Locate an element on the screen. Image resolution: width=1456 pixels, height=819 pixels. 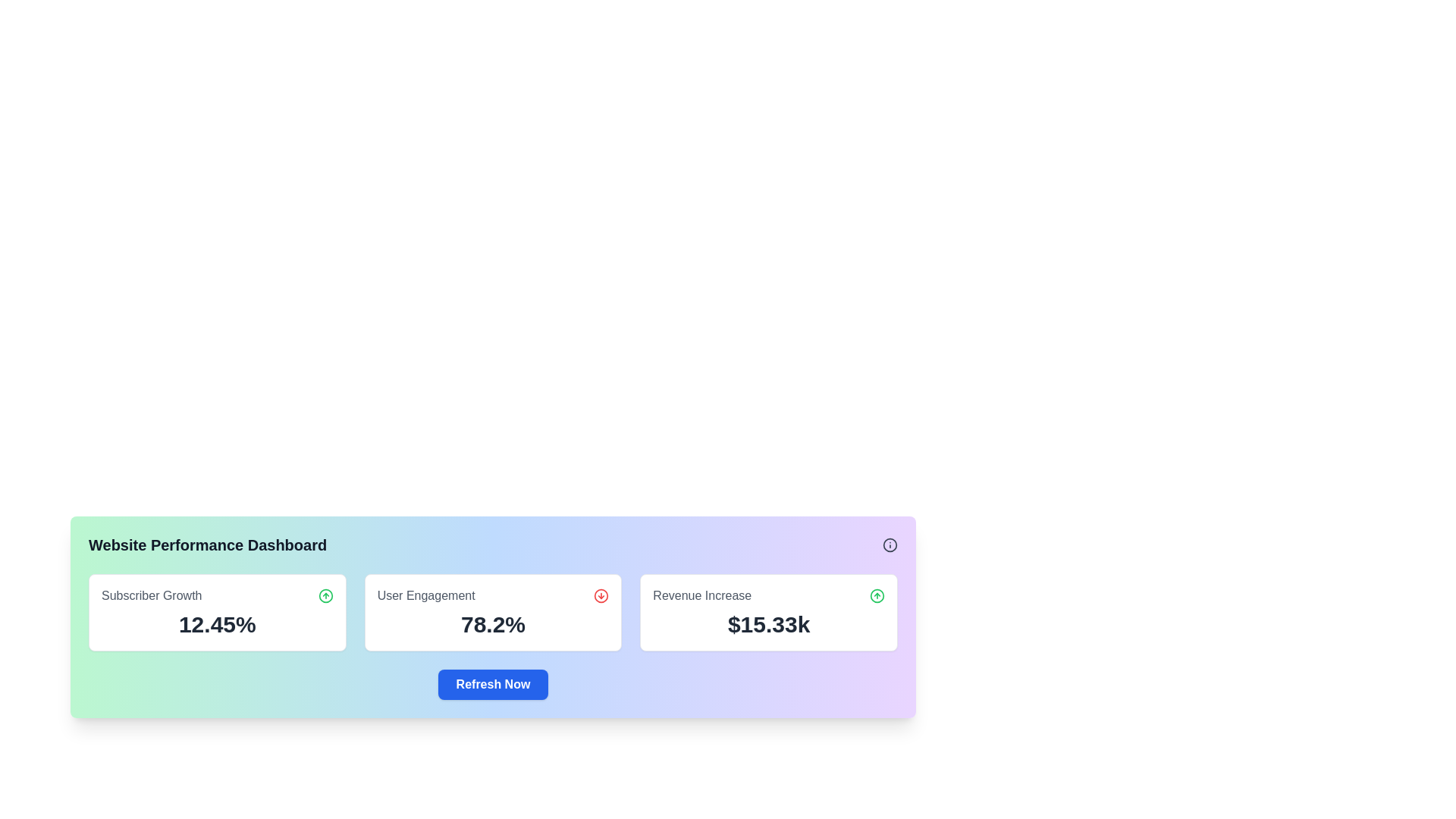
the state of the SVG Circle indicator located within the green-themed button, which is centrally positioned on the same row as the 'Subscriber Growth' label and percentage is located at coordinates (877, 595).